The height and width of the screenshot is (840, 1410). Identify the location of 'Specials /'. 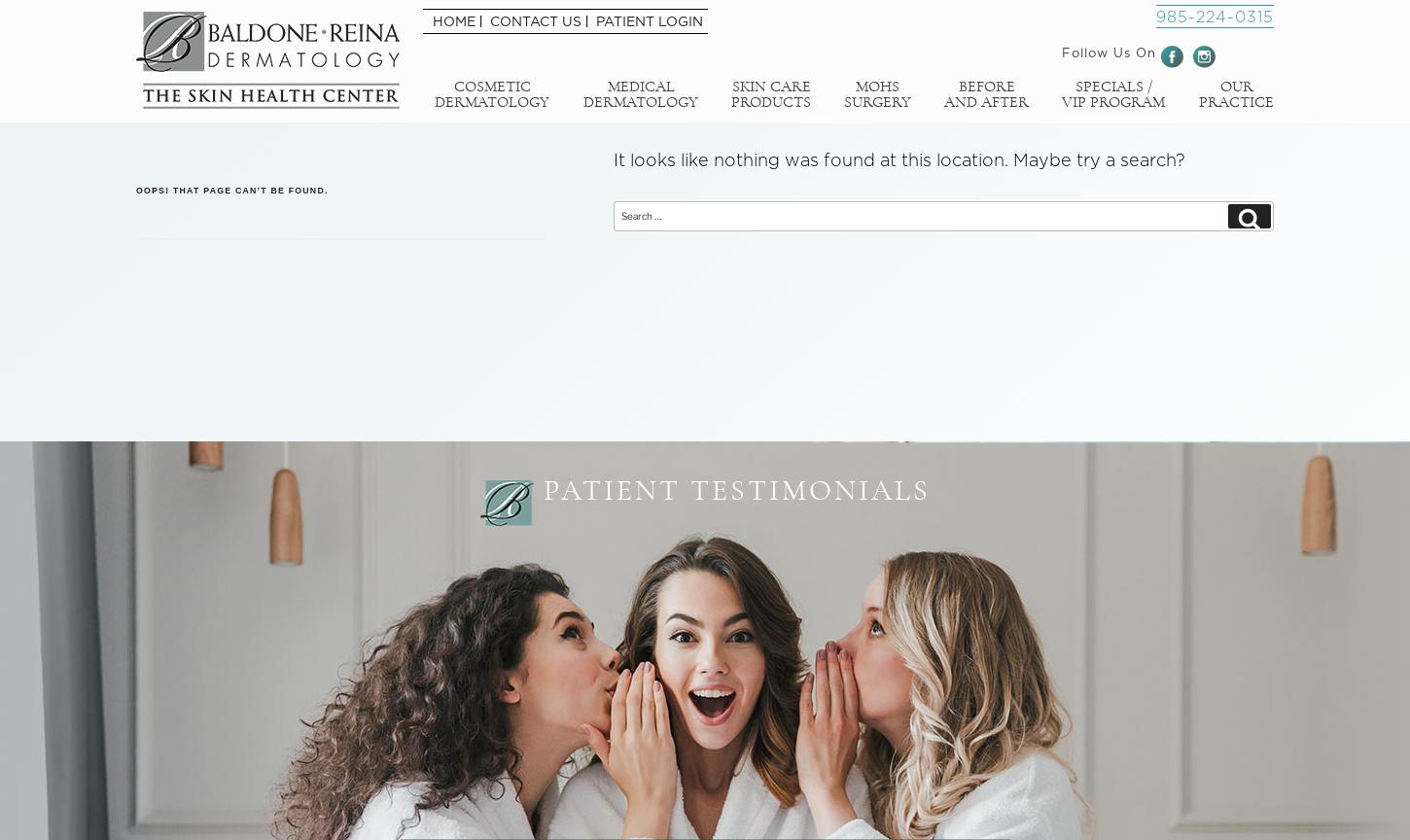
(1111, 86).